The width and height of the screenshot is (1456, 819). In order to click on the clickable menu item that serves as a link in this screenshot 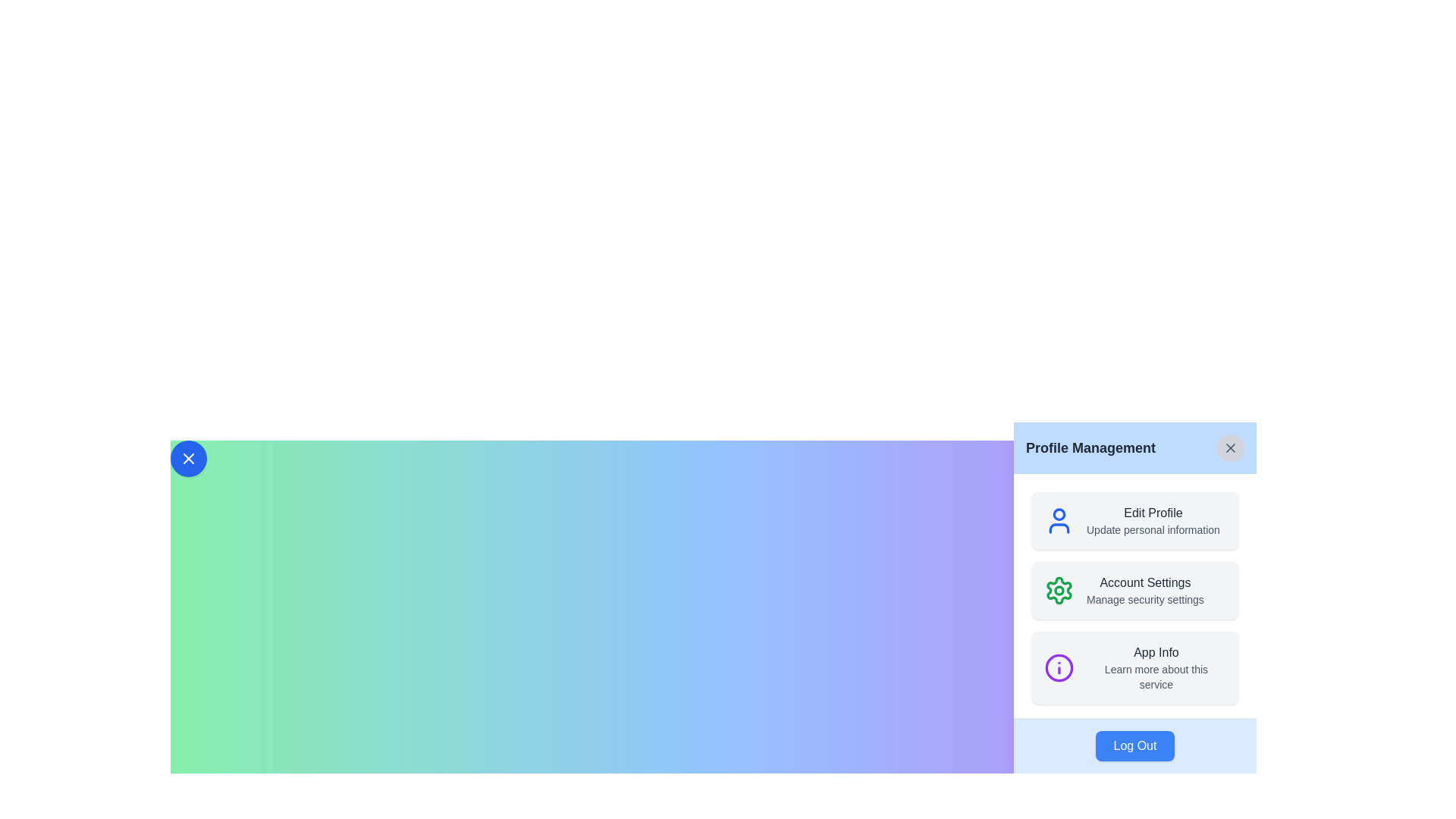, I will do `click(1135, 595)`.